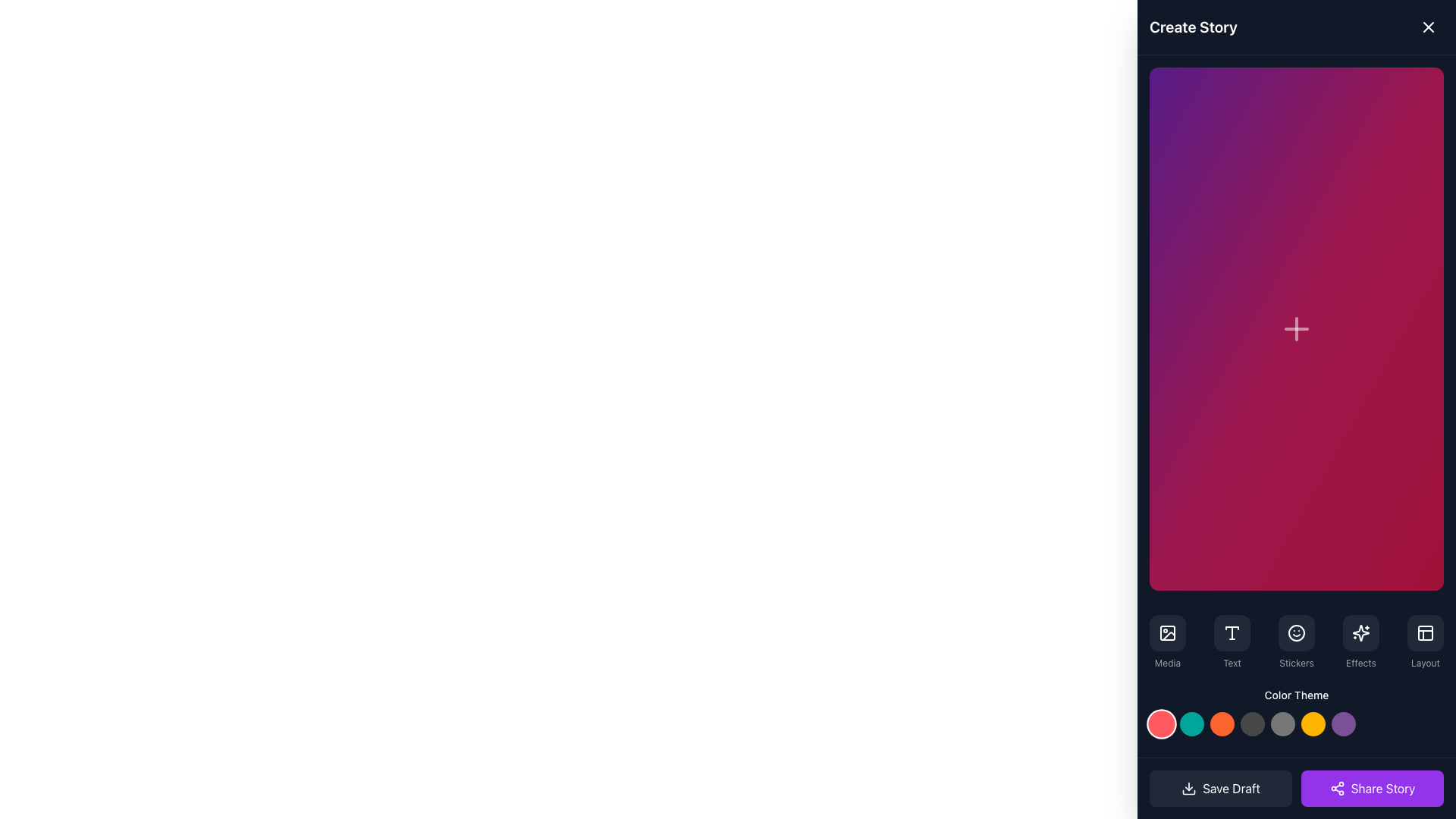 The image size is (1456, 819). Describe the element at coordinates (1427, 27) in the screenshot. I see `the close button represented by an 'X' icon in the top-right corner of the 'Create Story' panel to trigger the hover effect` at that location.